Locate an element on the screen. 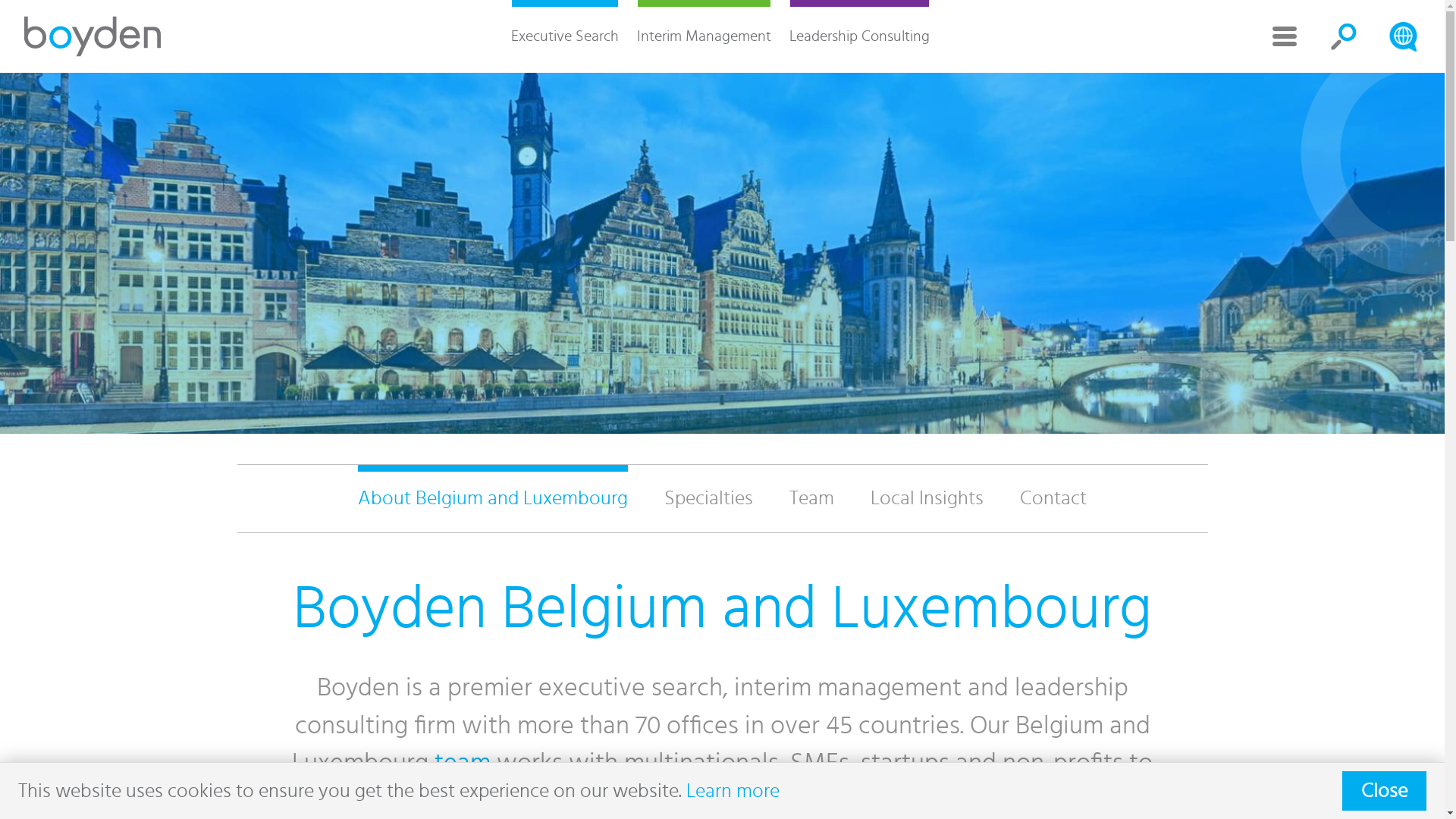 This screenshot has height=819, width=1456. 'About Belgium and Luxembourg' is located at coordinates (492, 498).